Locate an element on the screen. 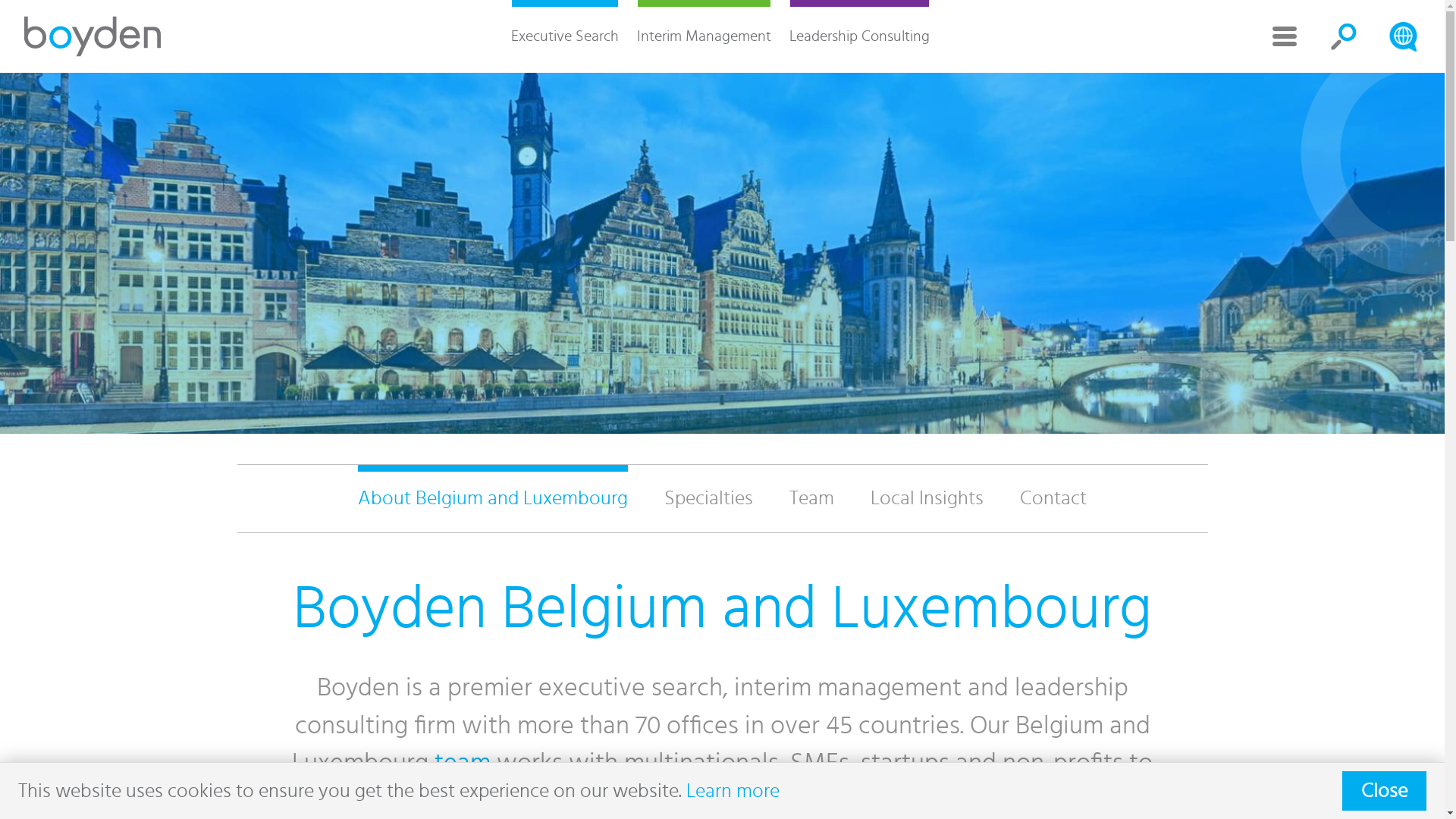 This screenshot has height=819, width=1456. 'About Belgium and Luxembourg' is located at coordinates (492, 498).